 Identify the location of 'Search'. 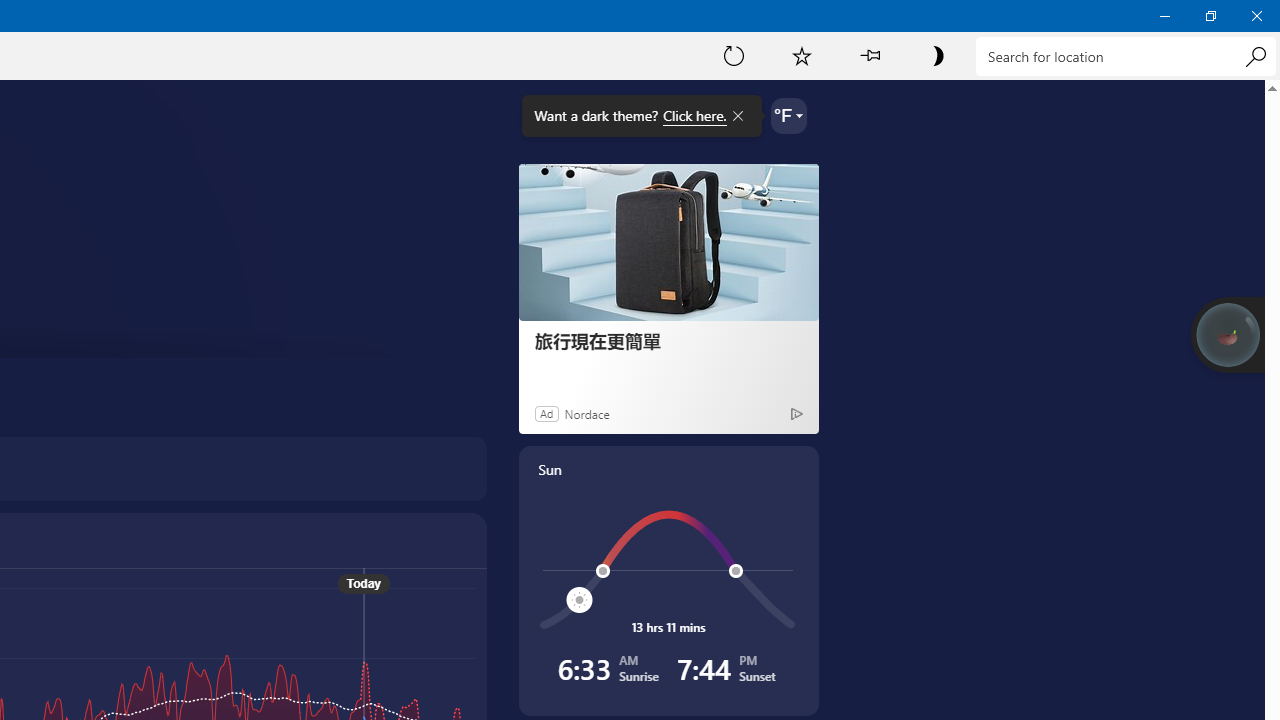
(1254, 55).